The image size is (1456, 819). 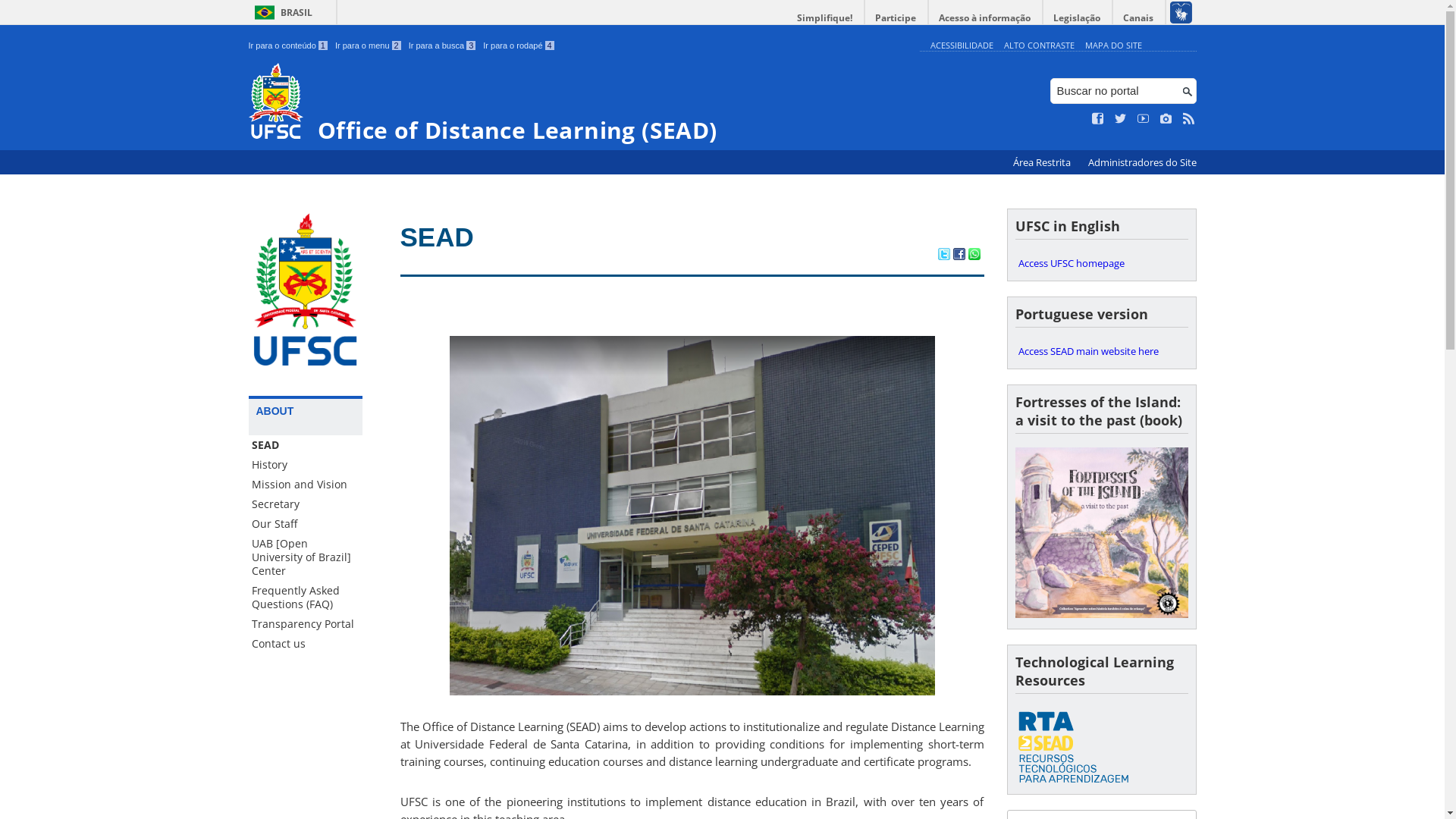 I want to click on 'Ir para a busca 3', so click(x=441, y=45).